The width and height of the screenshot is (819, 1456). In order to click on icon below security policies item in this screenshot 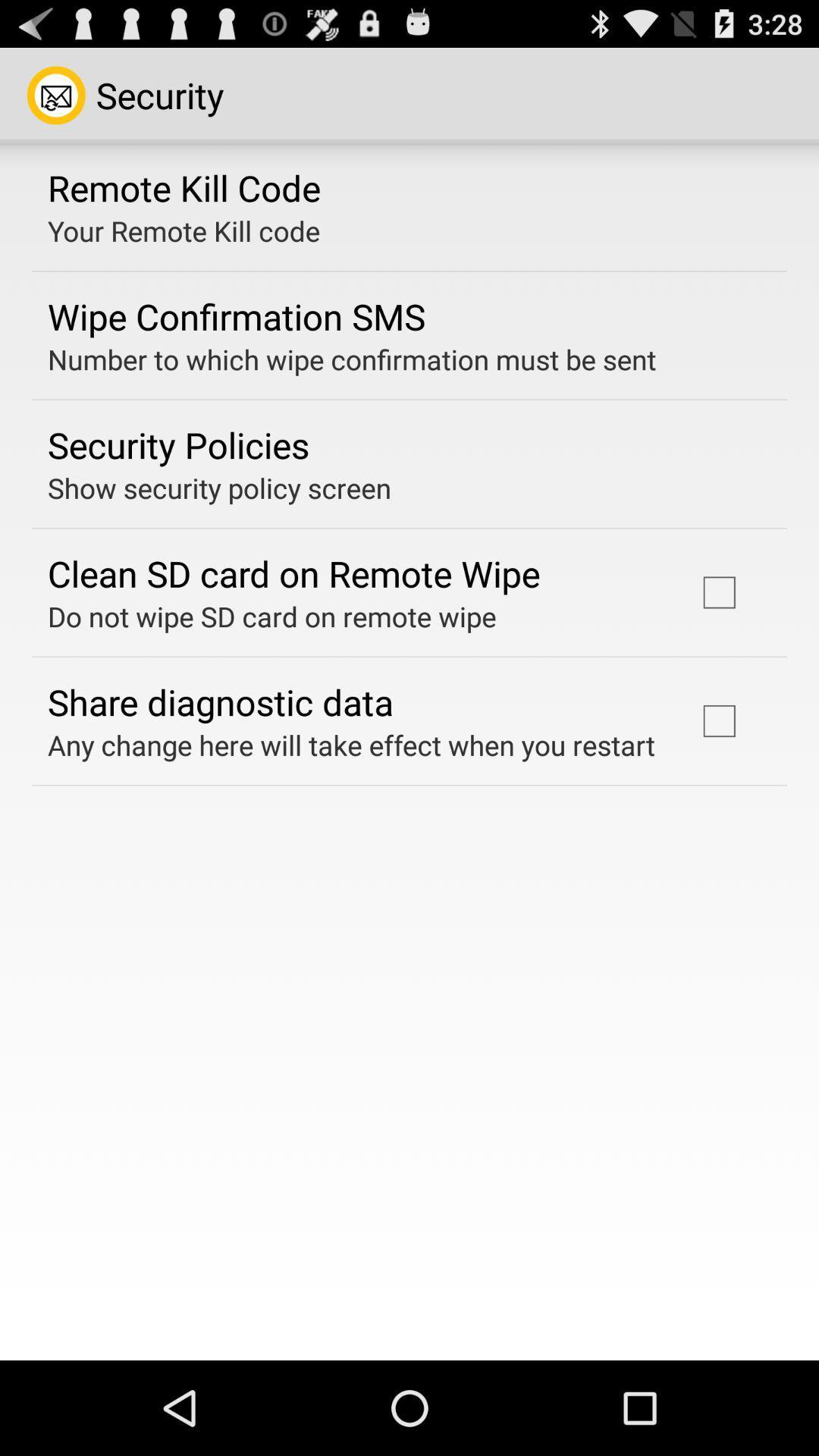, I will do `click(219, 488)`.